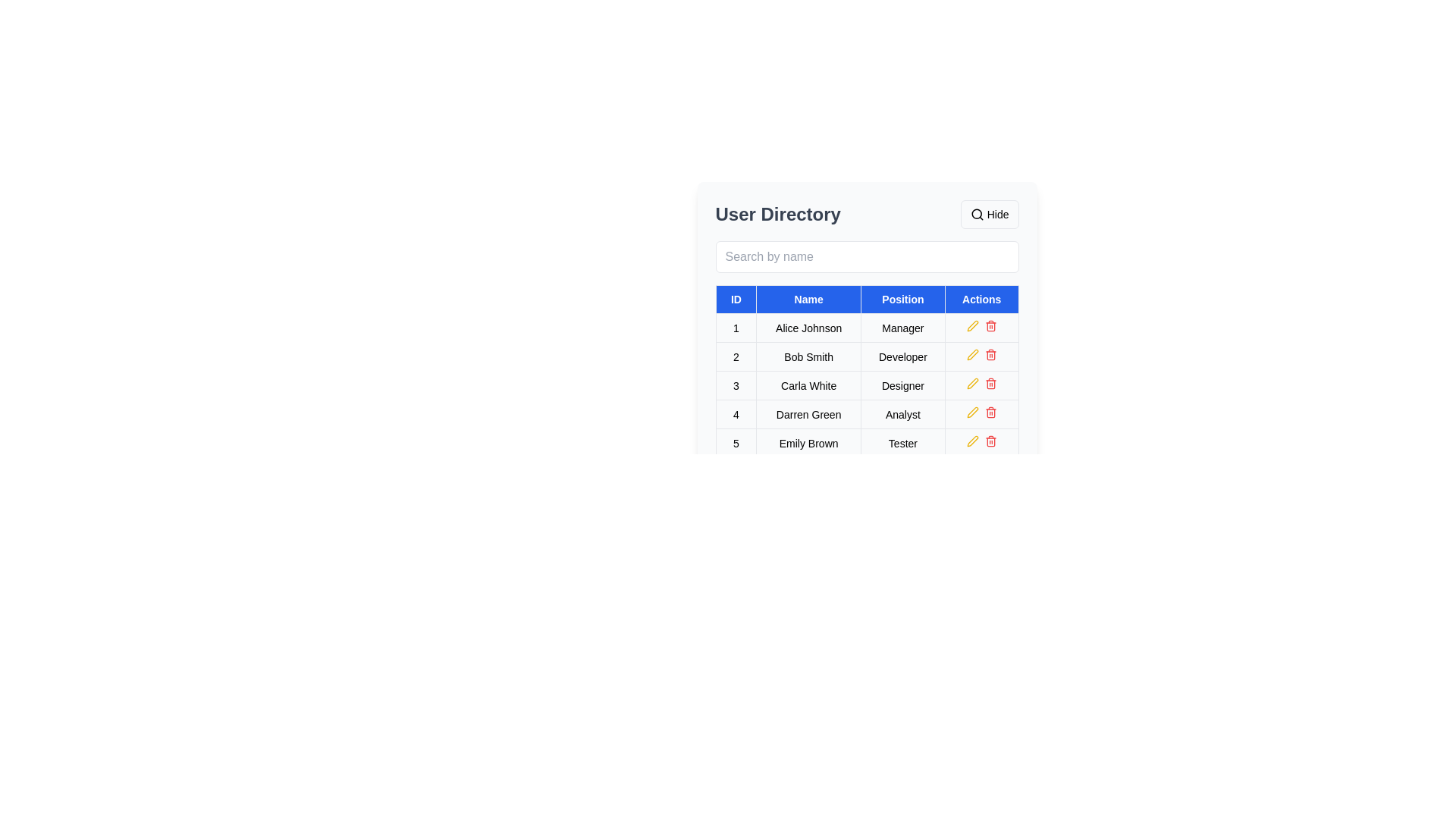 The image size is (1456, 819). I want to click on the table cell containing the ID 'Bob Smith, Developer', located in the second row of the first column under the 'ID' header, so click(736, 356).